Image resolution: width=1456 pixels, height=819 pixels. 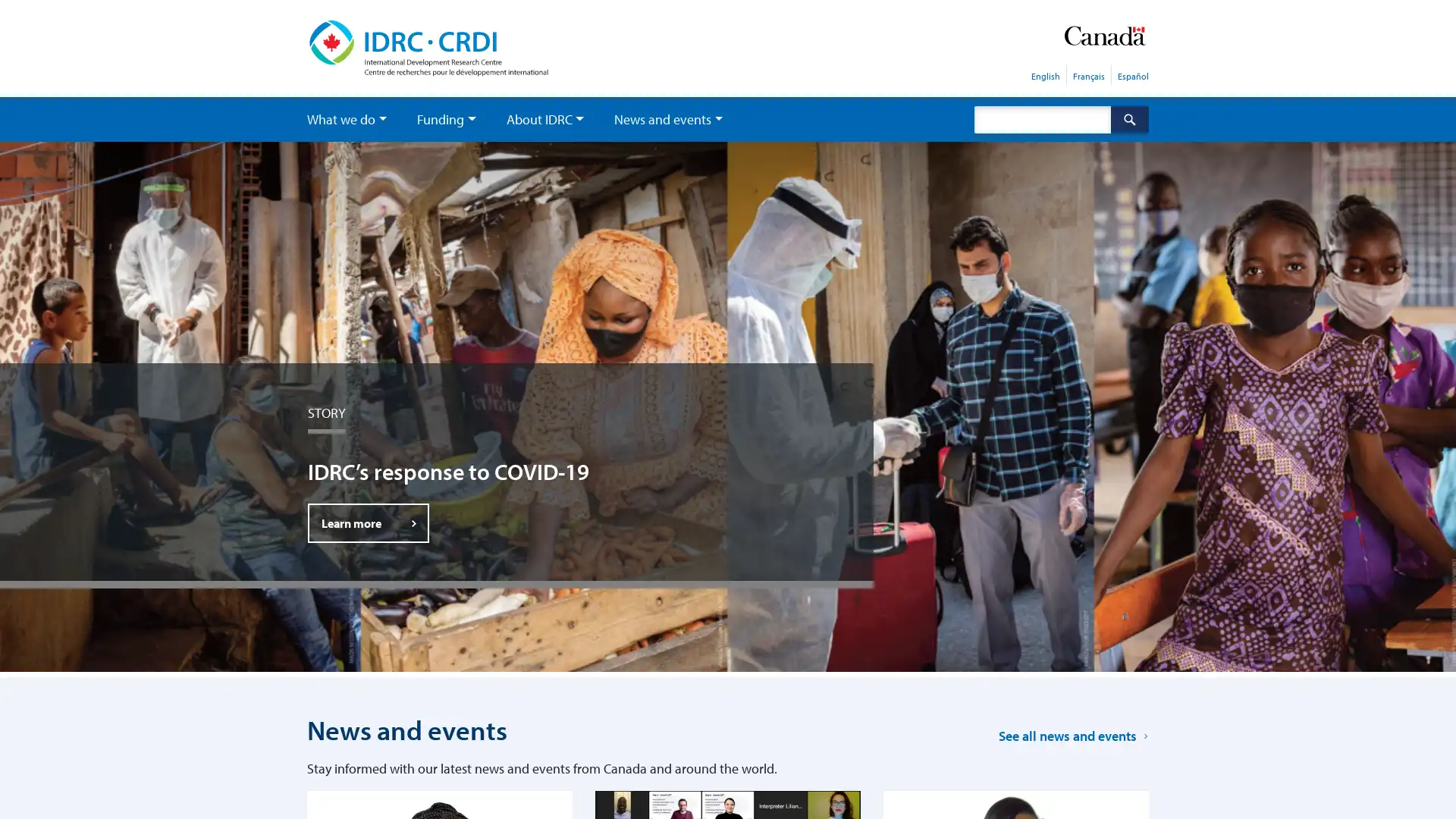 What do you see at coordinates (1129, 118) in the screenshot?
I see `Search` at bounding box center [1129, 118].